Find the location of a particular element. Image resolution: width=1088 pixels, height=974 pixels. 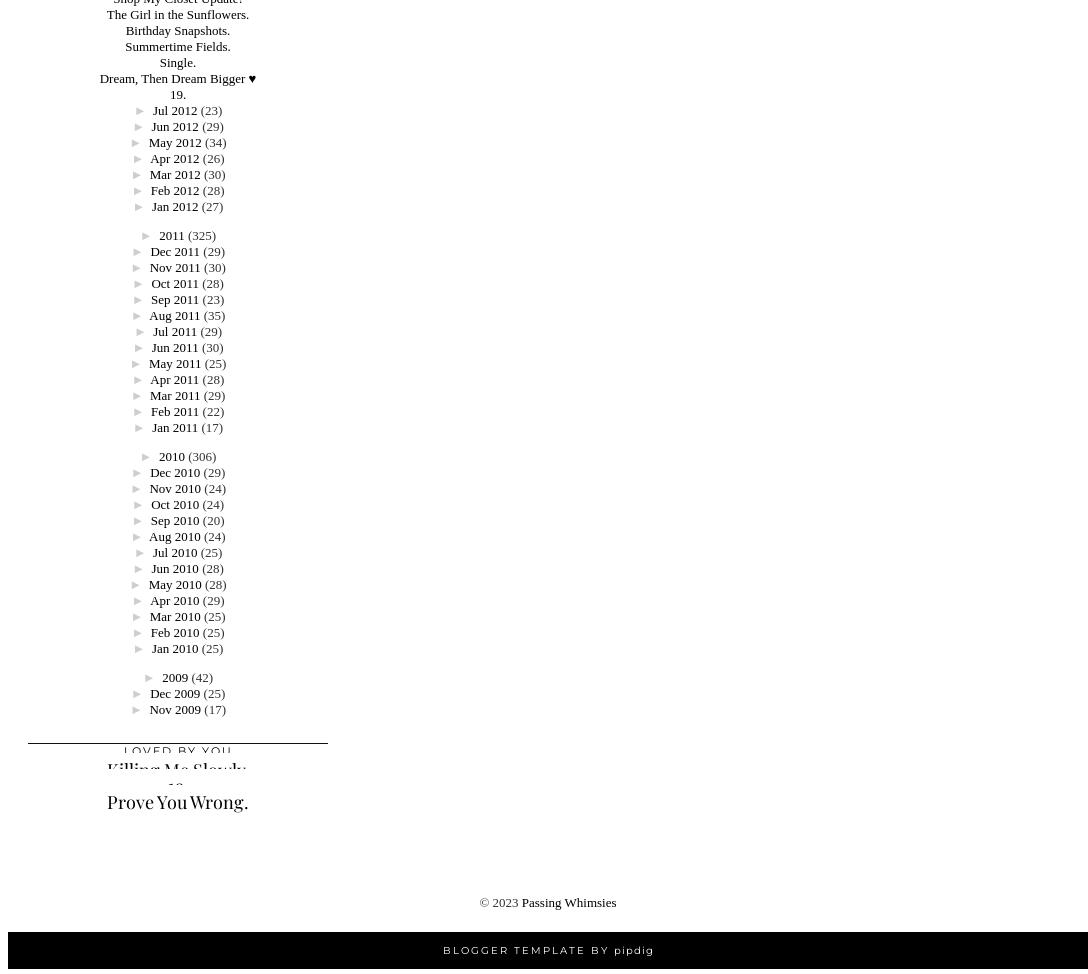

'Jan 2012' is located at coordinates (173, 206).